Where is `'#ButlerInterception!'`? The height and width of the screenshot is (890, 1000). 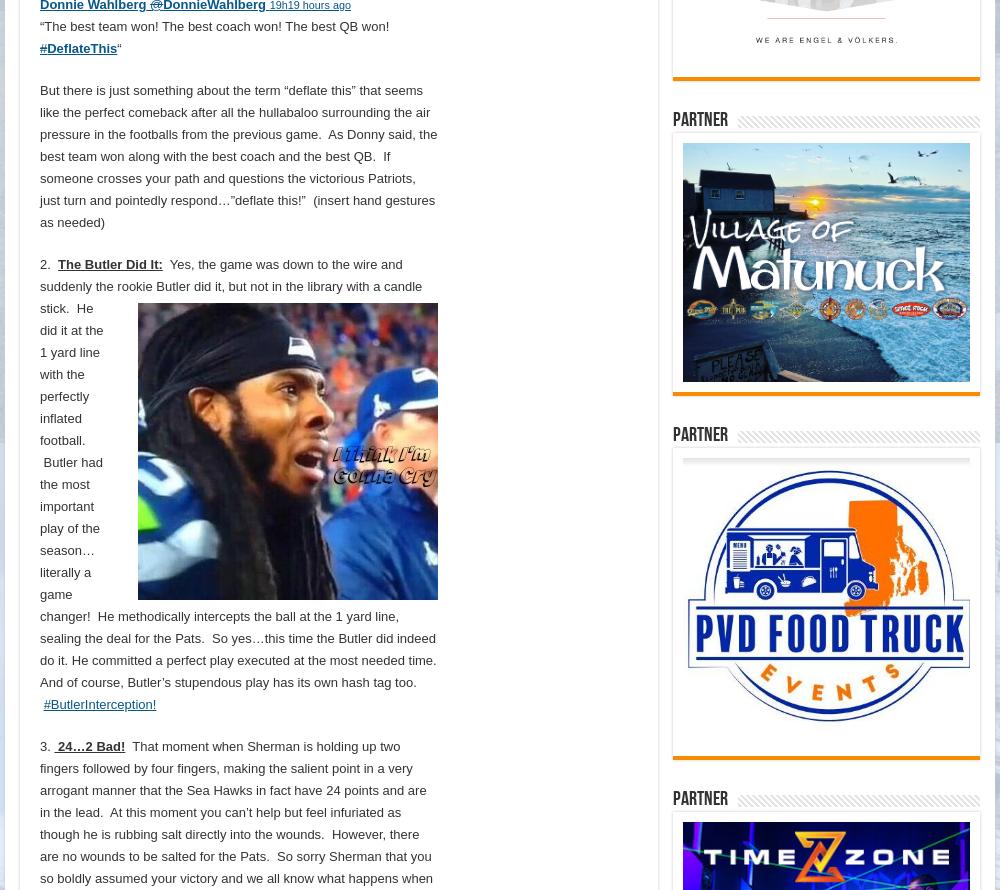
'#ButlerInterception!' is located at coordinates (98, 702).